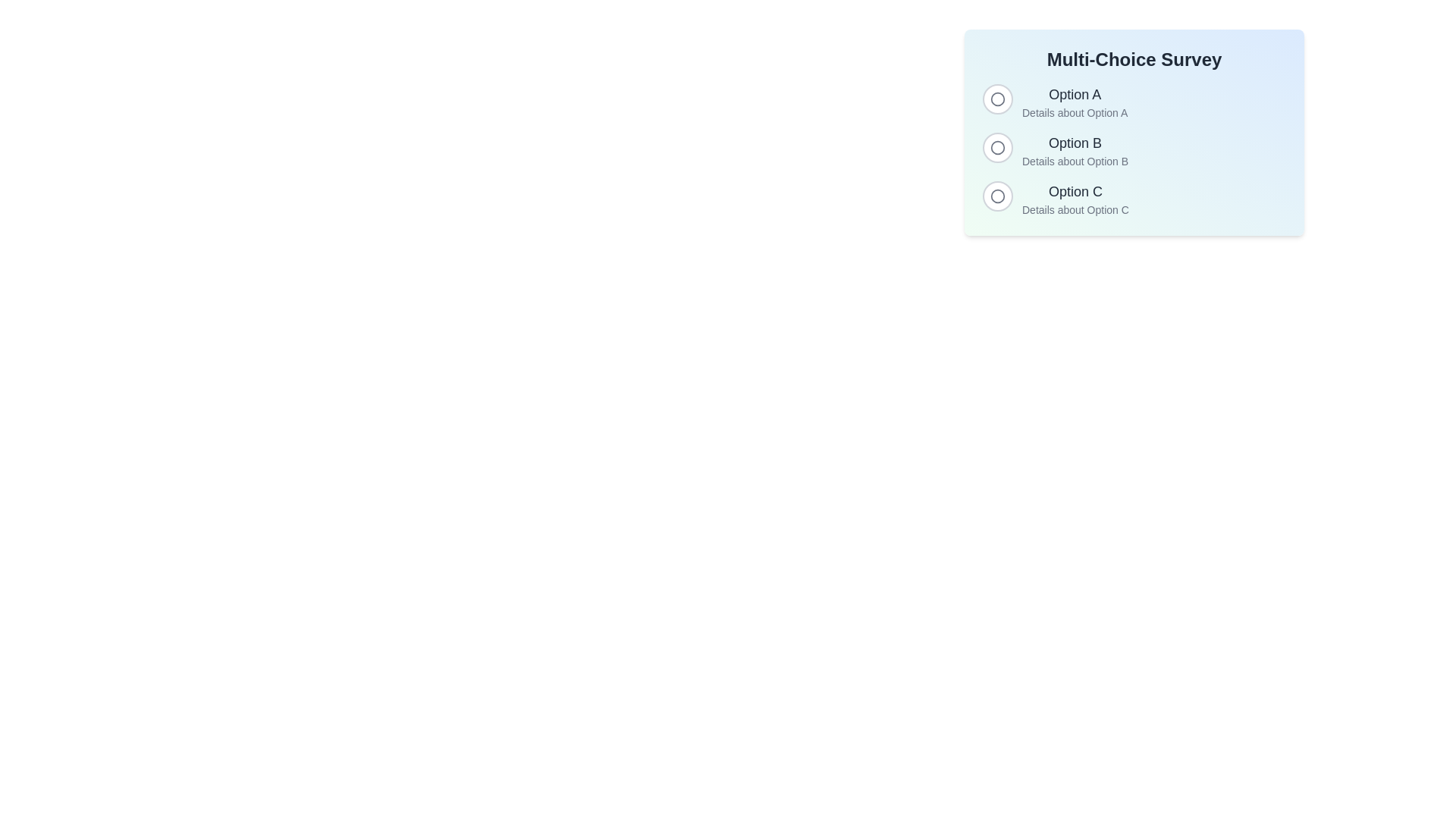 This screenshot has width=1456, height=819. What do you see at coordinates (1055, 151) in the screenshot?
I see `the text label 'Option B' with the subtitle 'Details about Option B', which is the second option in the list under 'Multi-Choice Survey', located to the right of the circular selectable icon` at bounding box center [1055, 151].